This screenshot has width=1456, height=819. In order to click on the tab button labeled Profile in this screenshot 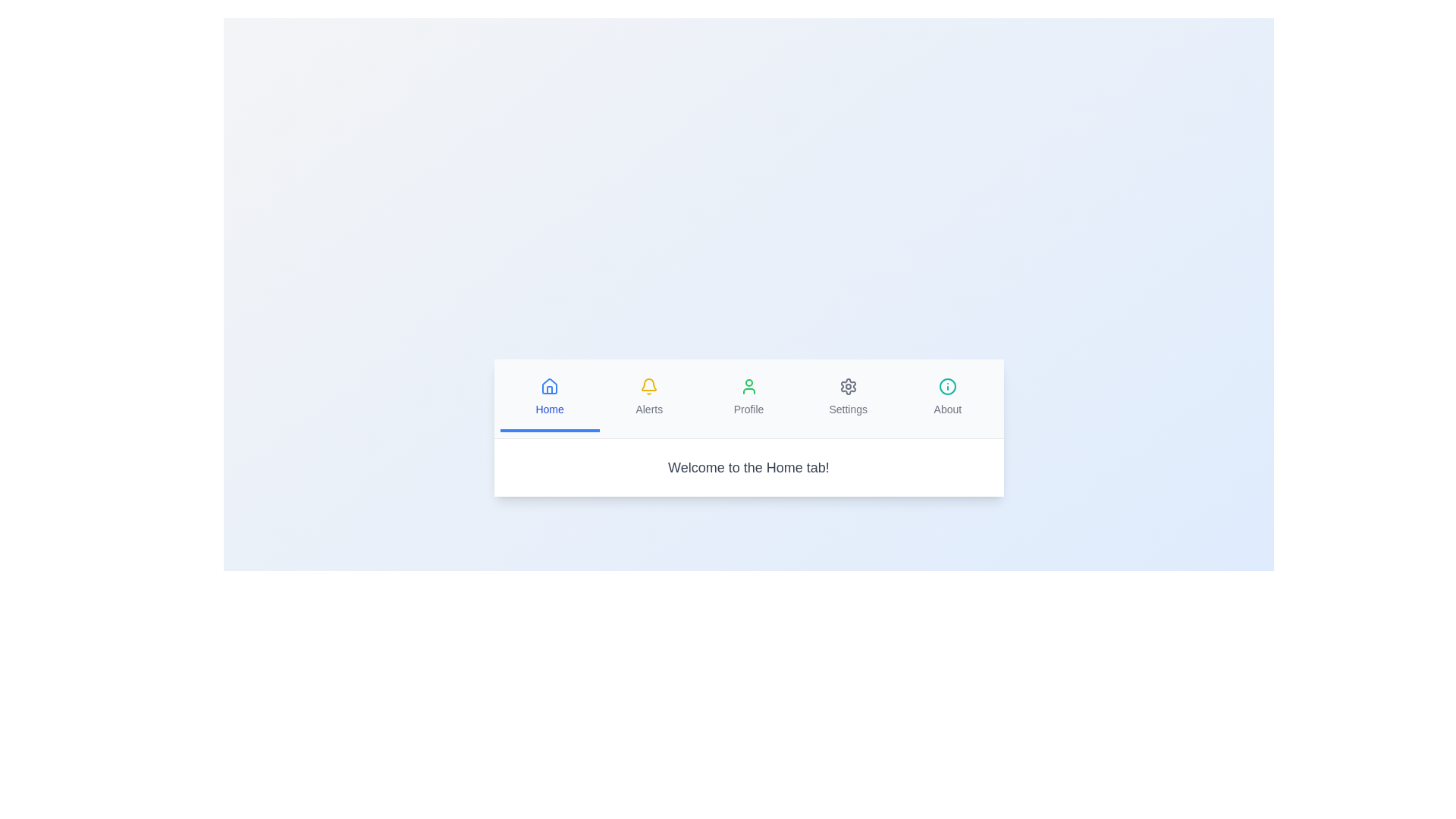, I will do `click(748, 397)`.